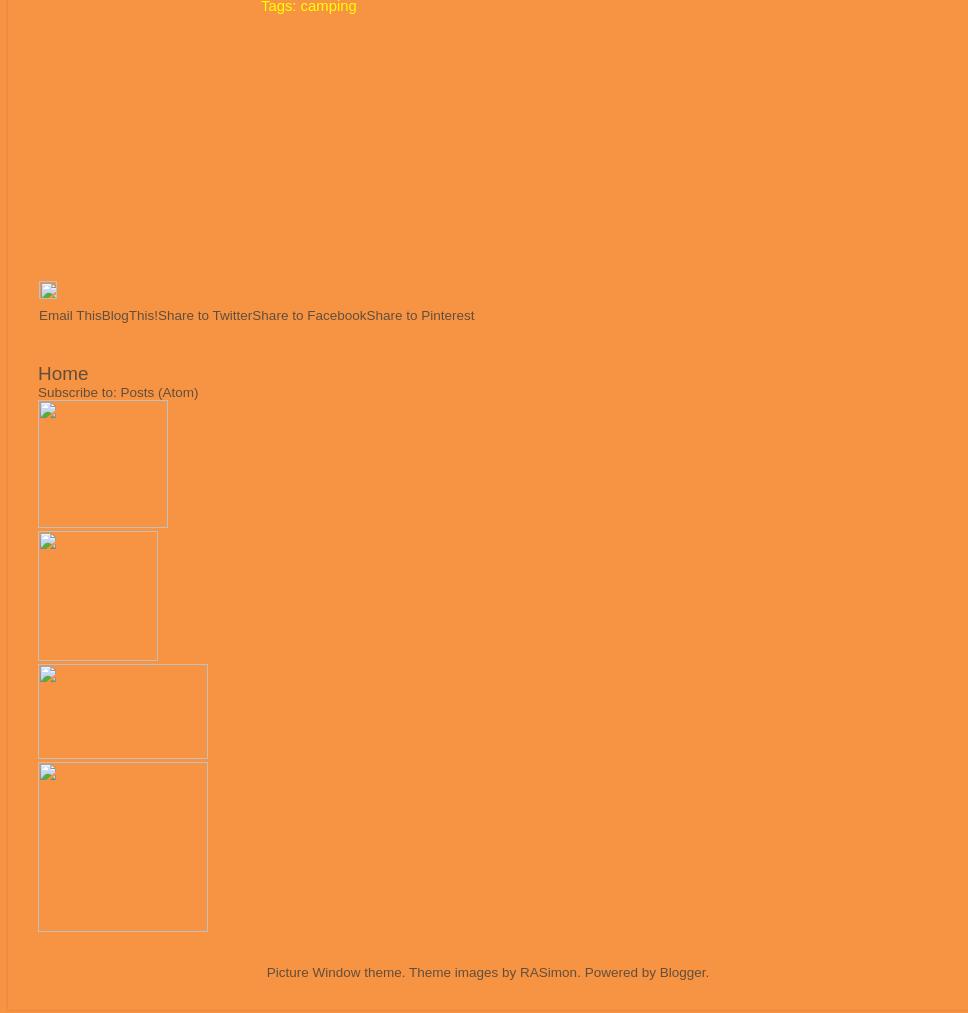  I want to click on 'Blogger', so click(681, 972).